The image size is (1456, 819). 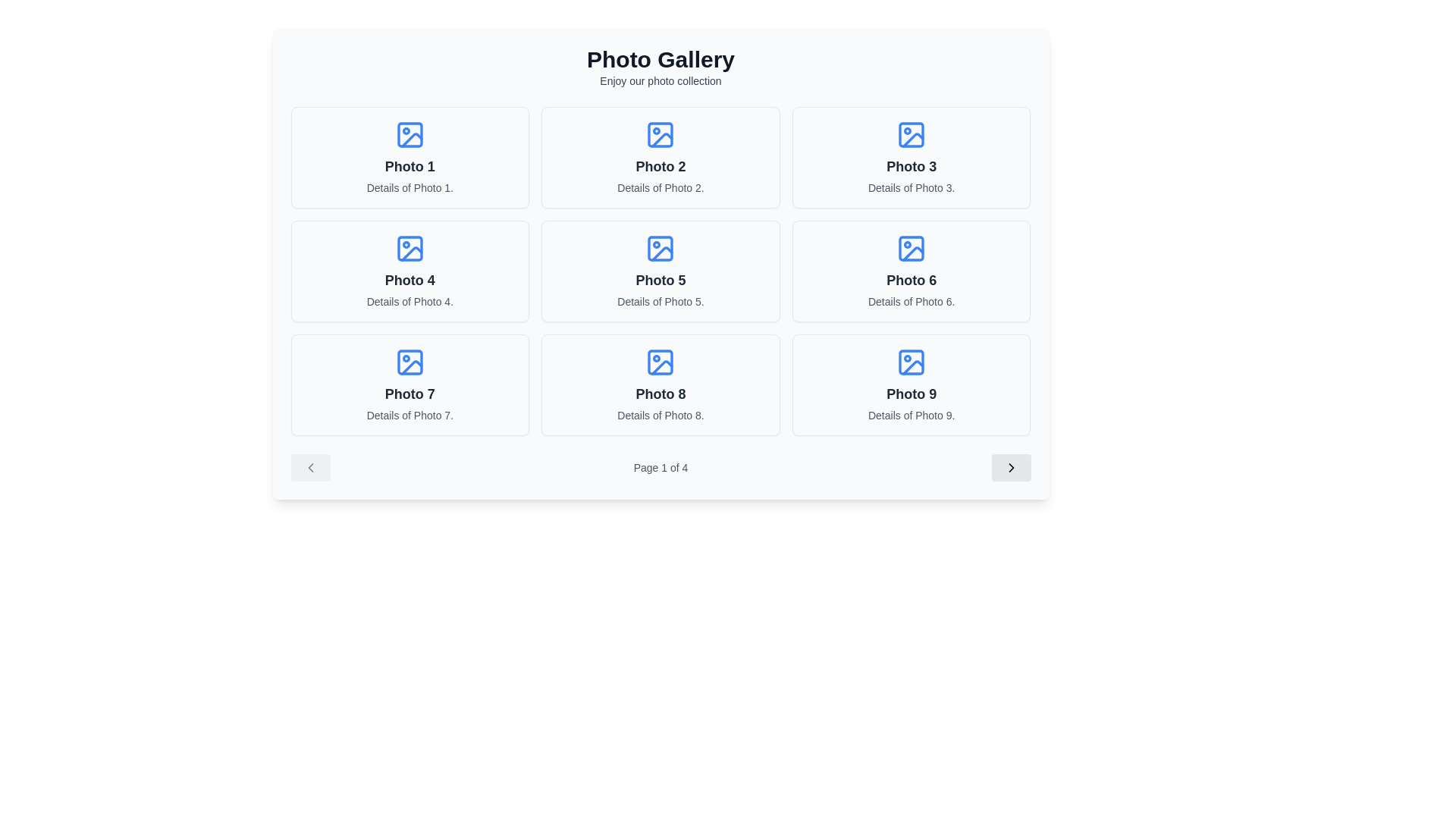 What do you see at coordinates (1011, 467) in the screenshot?
I see `the rounded rectangular button with a light gray background and a rightward-facing chevron icon` at bounding box center [1011, 467].